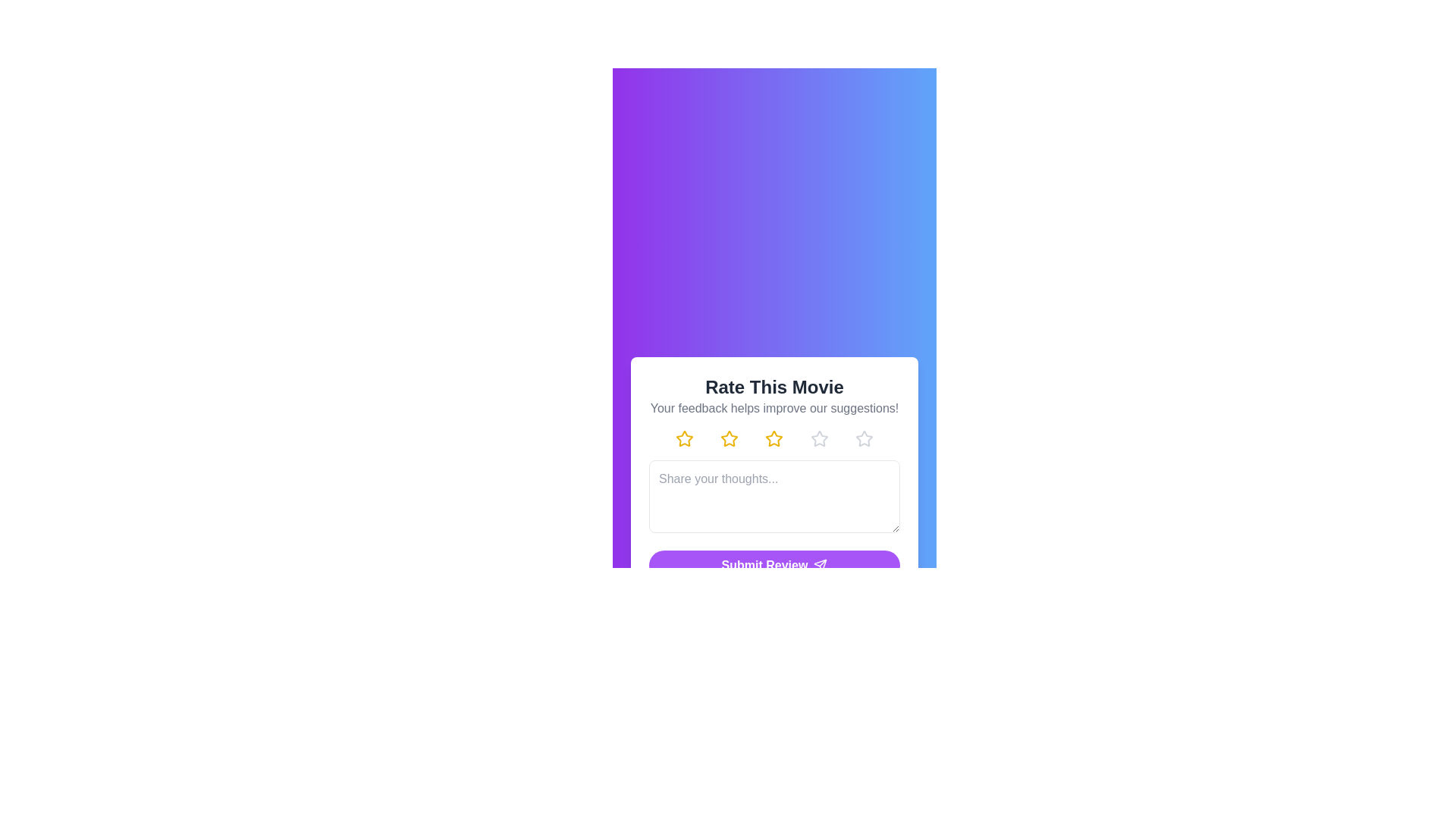  What do you see at coordinates (684, 438) in the screenshot?
I see `the first star-shaped icon in the five-star rating system, which is filled in yellow, to provide visual feedback` at bounding box center [684, 438].